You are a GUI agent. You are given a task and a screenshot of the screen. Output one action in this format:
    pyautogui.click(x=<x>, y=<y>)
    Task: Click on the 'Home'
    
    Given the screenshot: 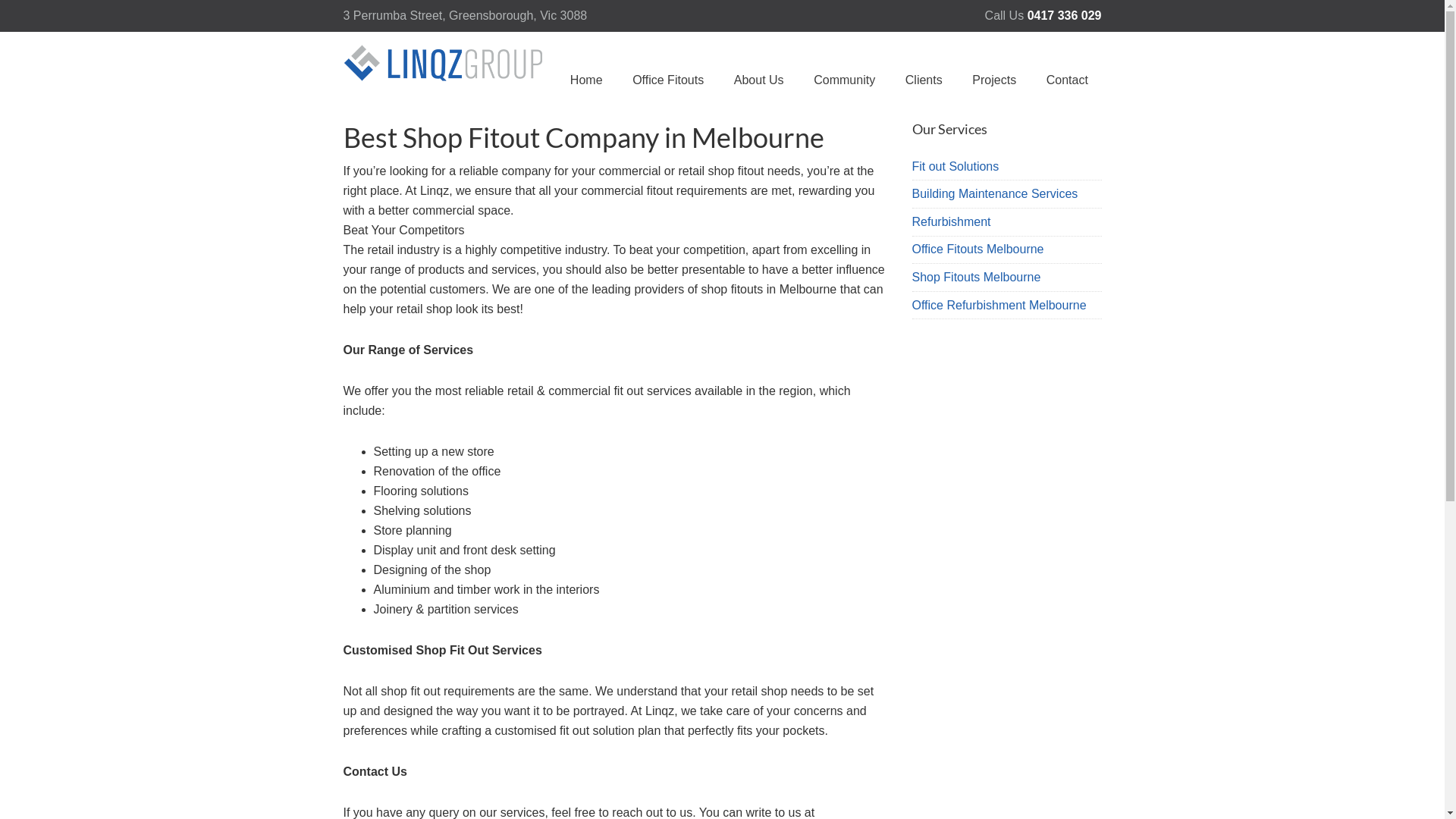 What is the action you would take?
    pyautogui.click(x=585, y=80)
    